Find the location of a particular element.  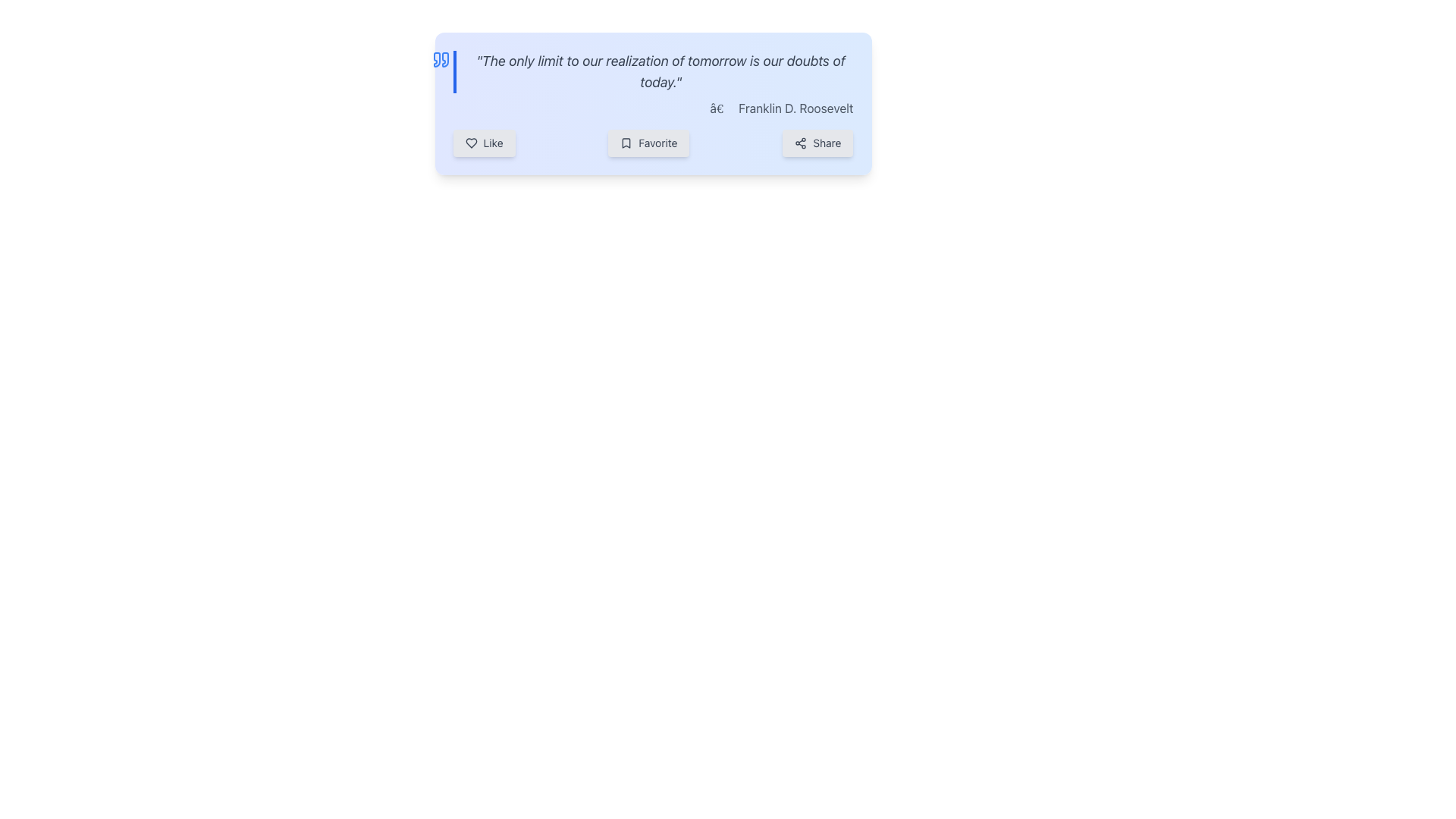

the first button in the horizontal group of three buttons at the bottom left of the quote card to activate hover effects is located at coordinates (483, 143).